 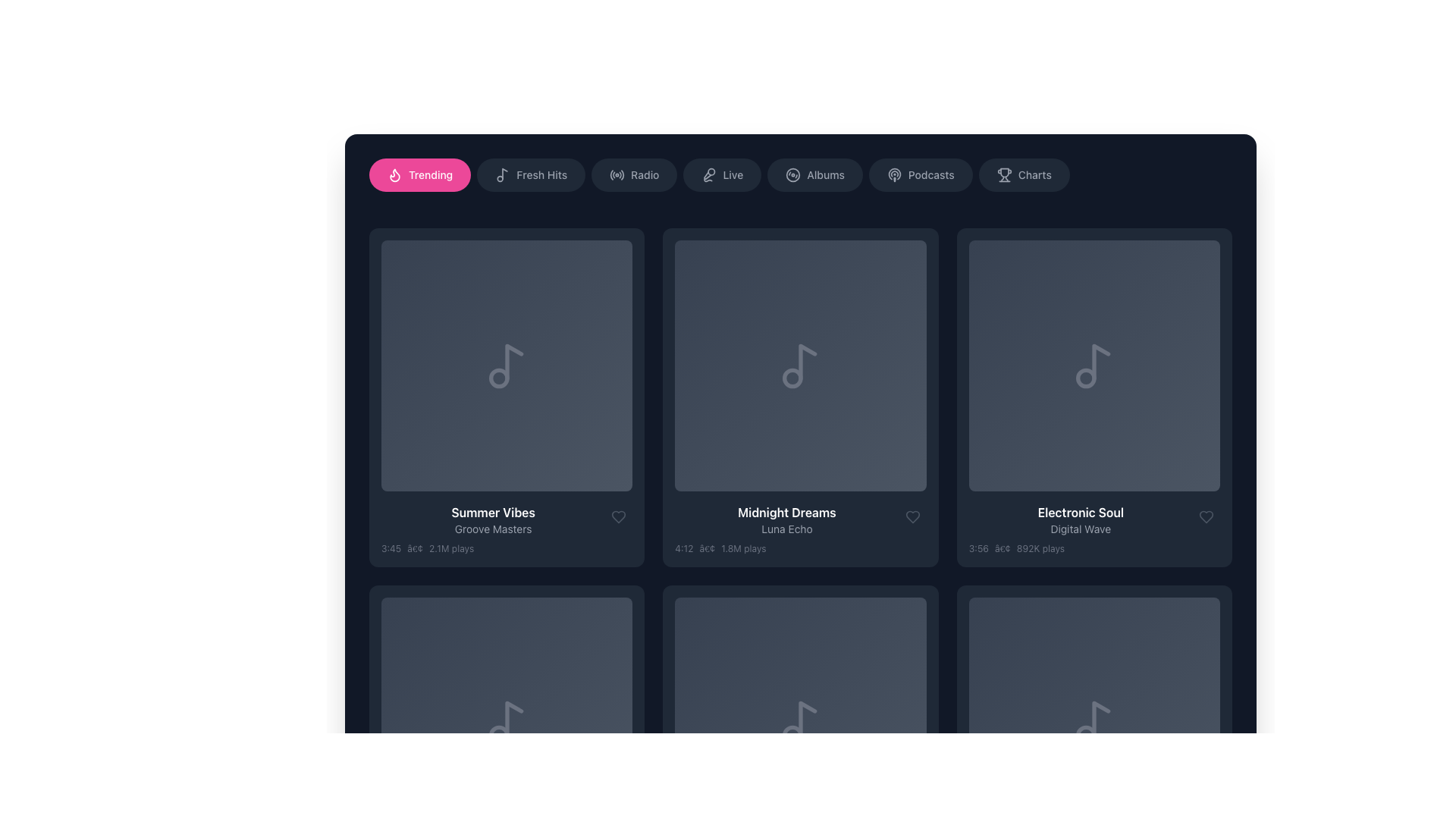 I want to click on text of the 'Radio' label located in the navigation bar, which is styled in light gray against a darker background, indicating its purpose as a navigational link, so click(x=645, y=174).